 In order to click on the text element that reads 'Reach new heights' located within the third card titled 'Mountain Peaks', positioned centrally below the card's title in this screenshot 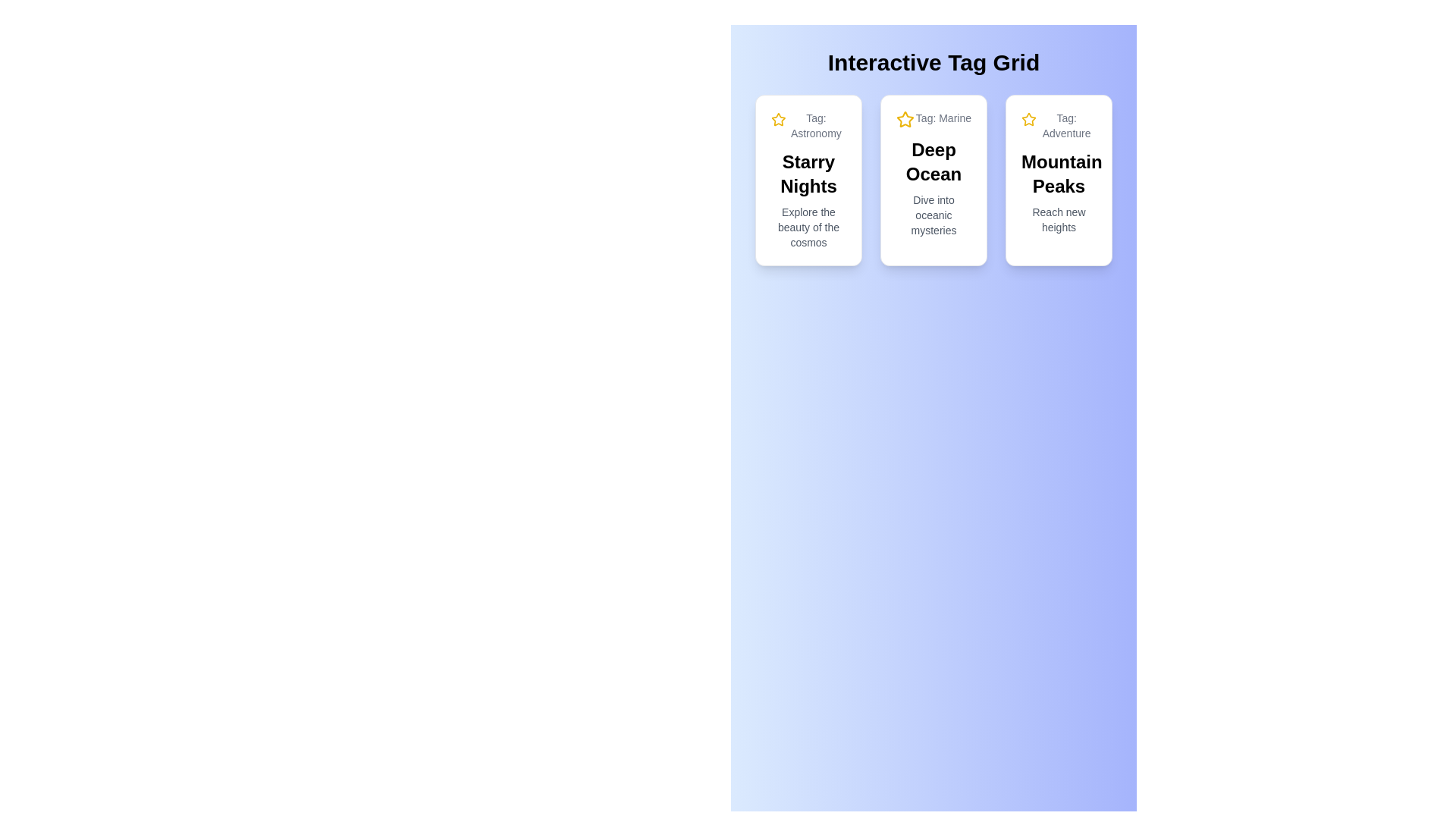, I will do `click(1058, 219)`.